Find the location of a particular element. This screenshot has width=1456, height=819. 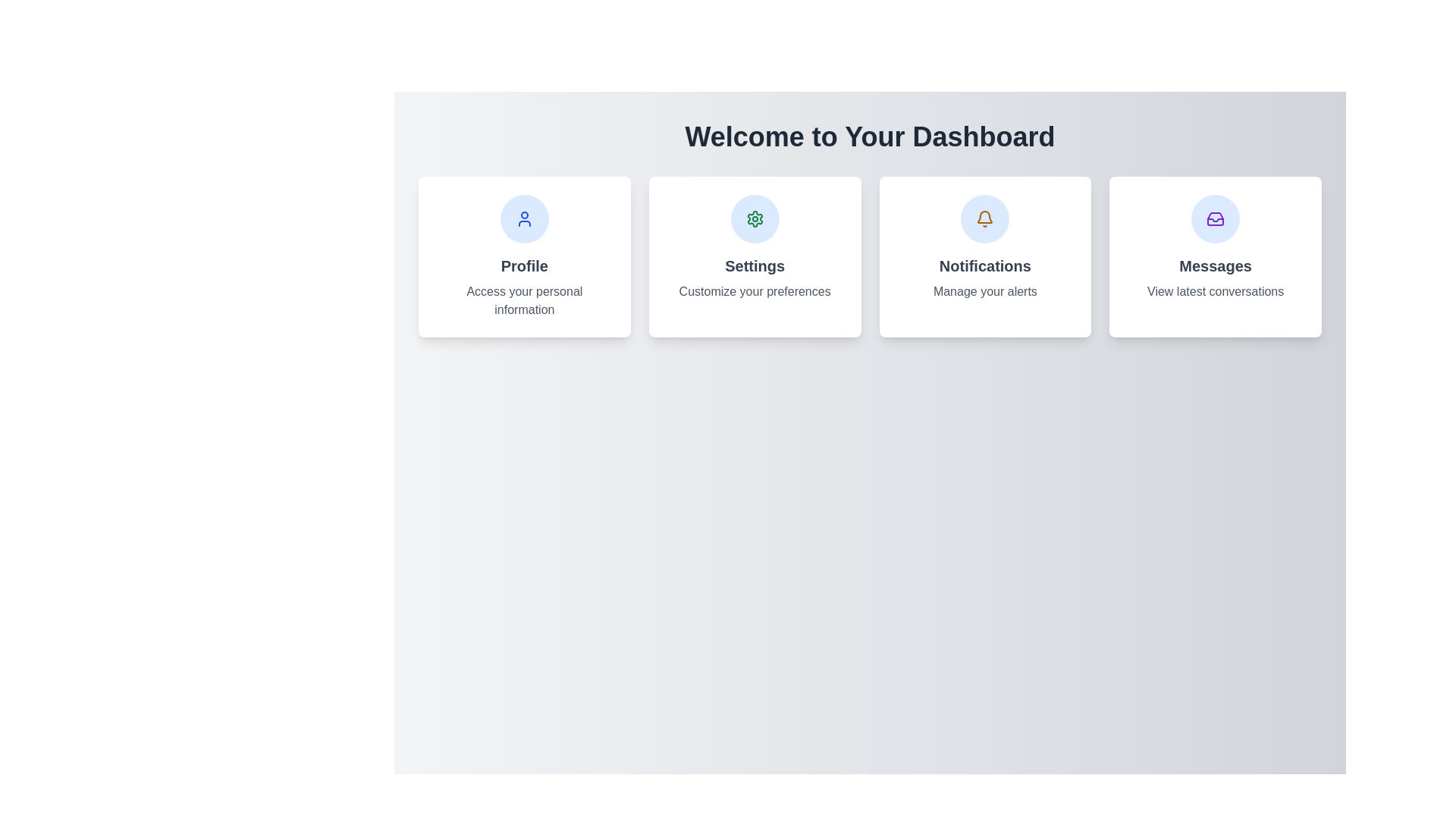

the bell-shaped notification icon, which is styled with a yellow hue and located in the top part of the 'Notifications' card, the third card from the left under the 'Welcome to Your Dashboard' heading is located at coordinates (985, 219).